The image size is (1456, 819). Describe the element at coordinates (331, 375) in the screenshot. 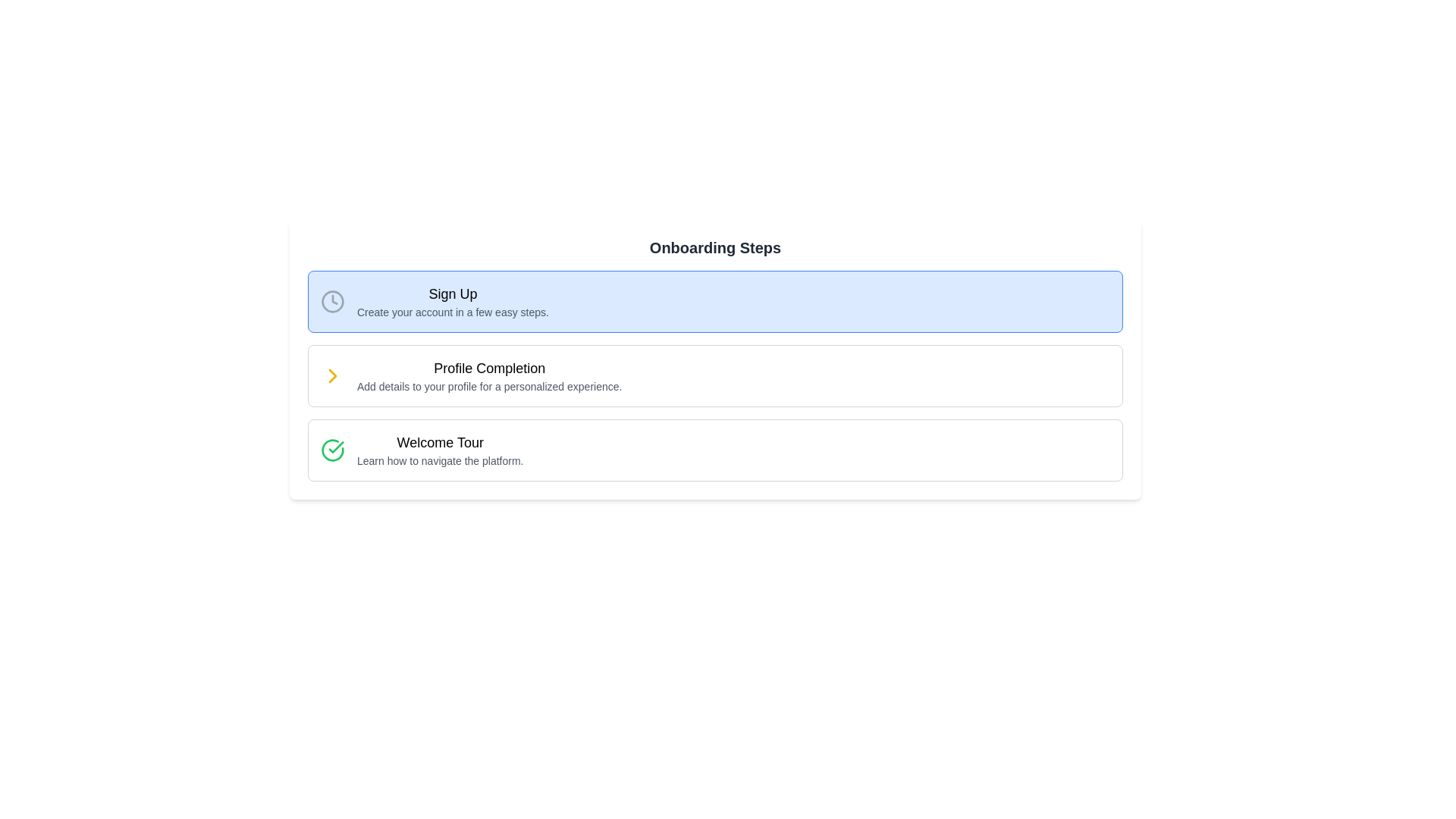

I see `the icon located to the left of the 'Profile Completion' label` at that location.